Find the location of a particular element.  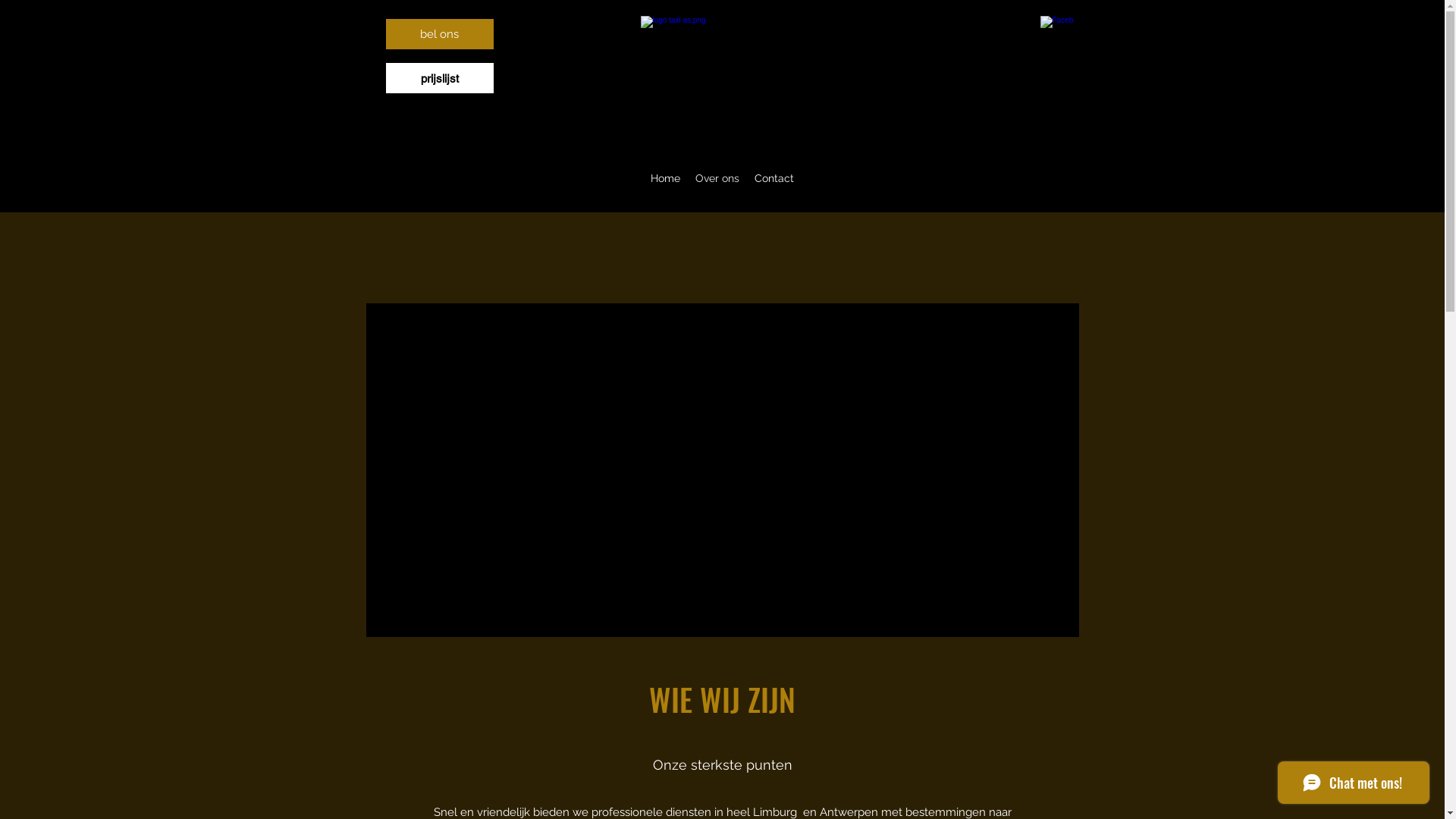

'Home' is located at coordinates (665, 177).